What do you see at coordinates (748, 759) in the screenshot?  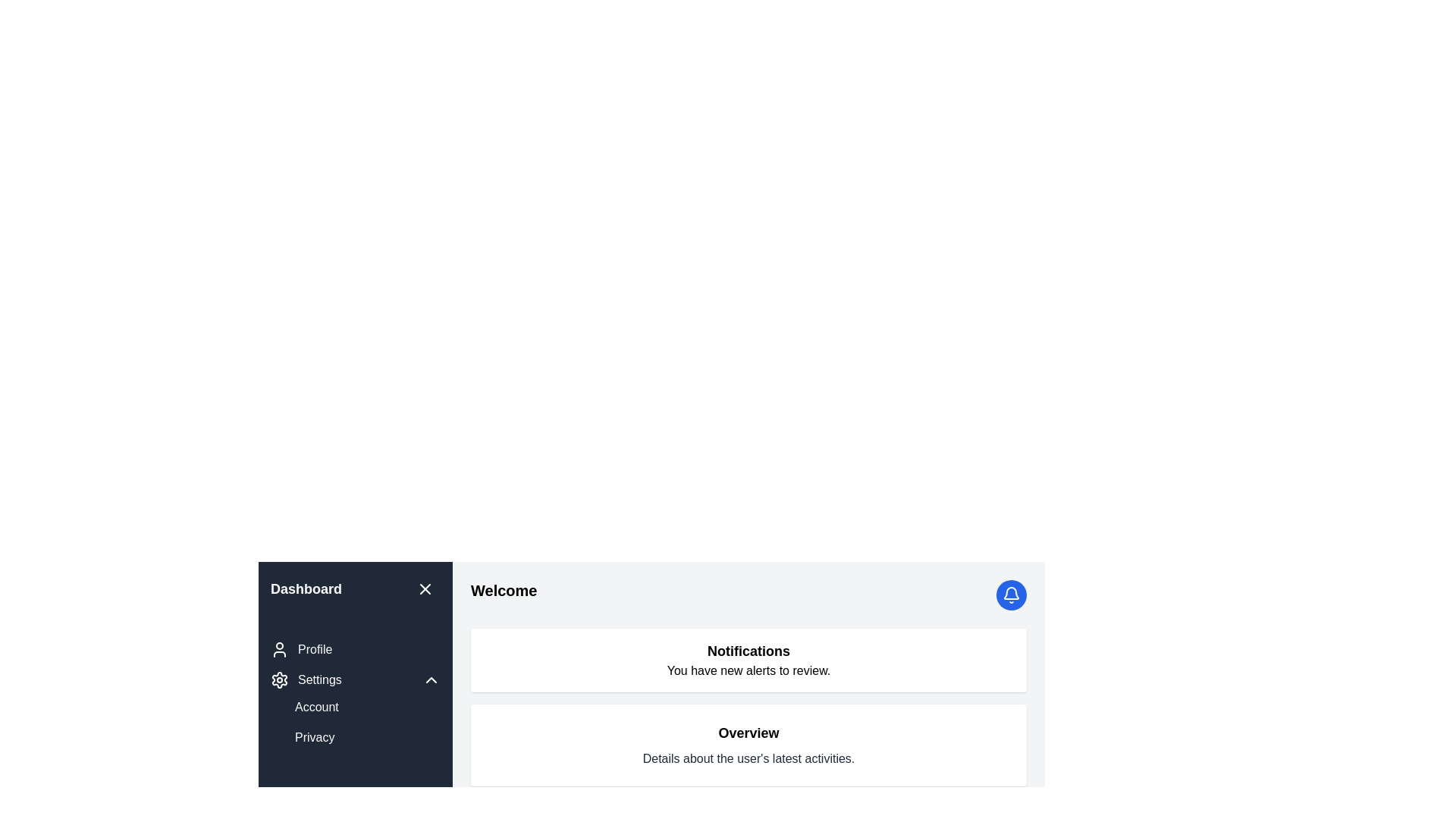 I see `the text block displaying 'Details about the user's latest activities.' located below the title 'Overview'` at bounding box center [748, 759].